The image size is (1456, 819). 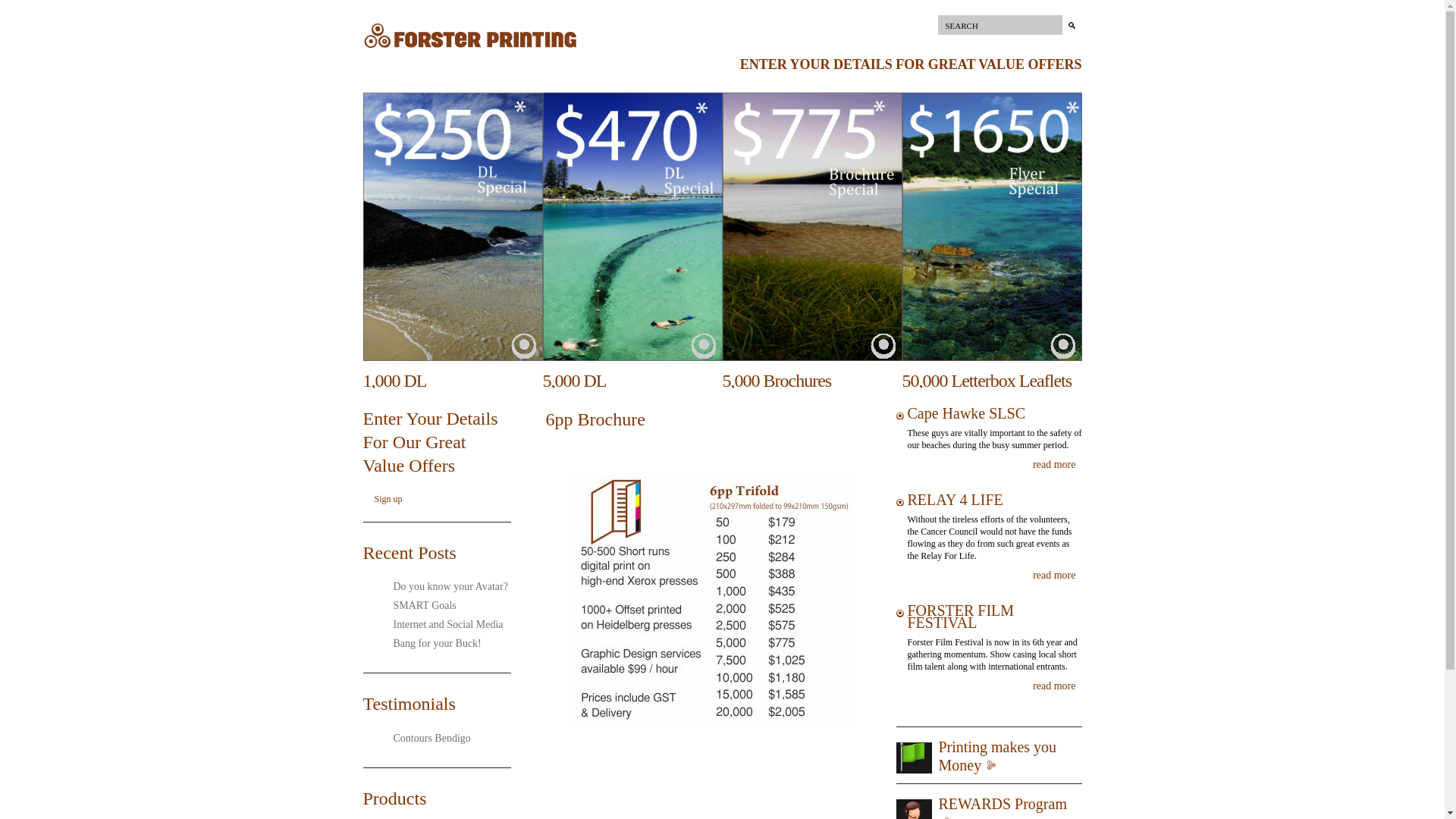 I want to click on 'search', so click(x=1070, y=25).